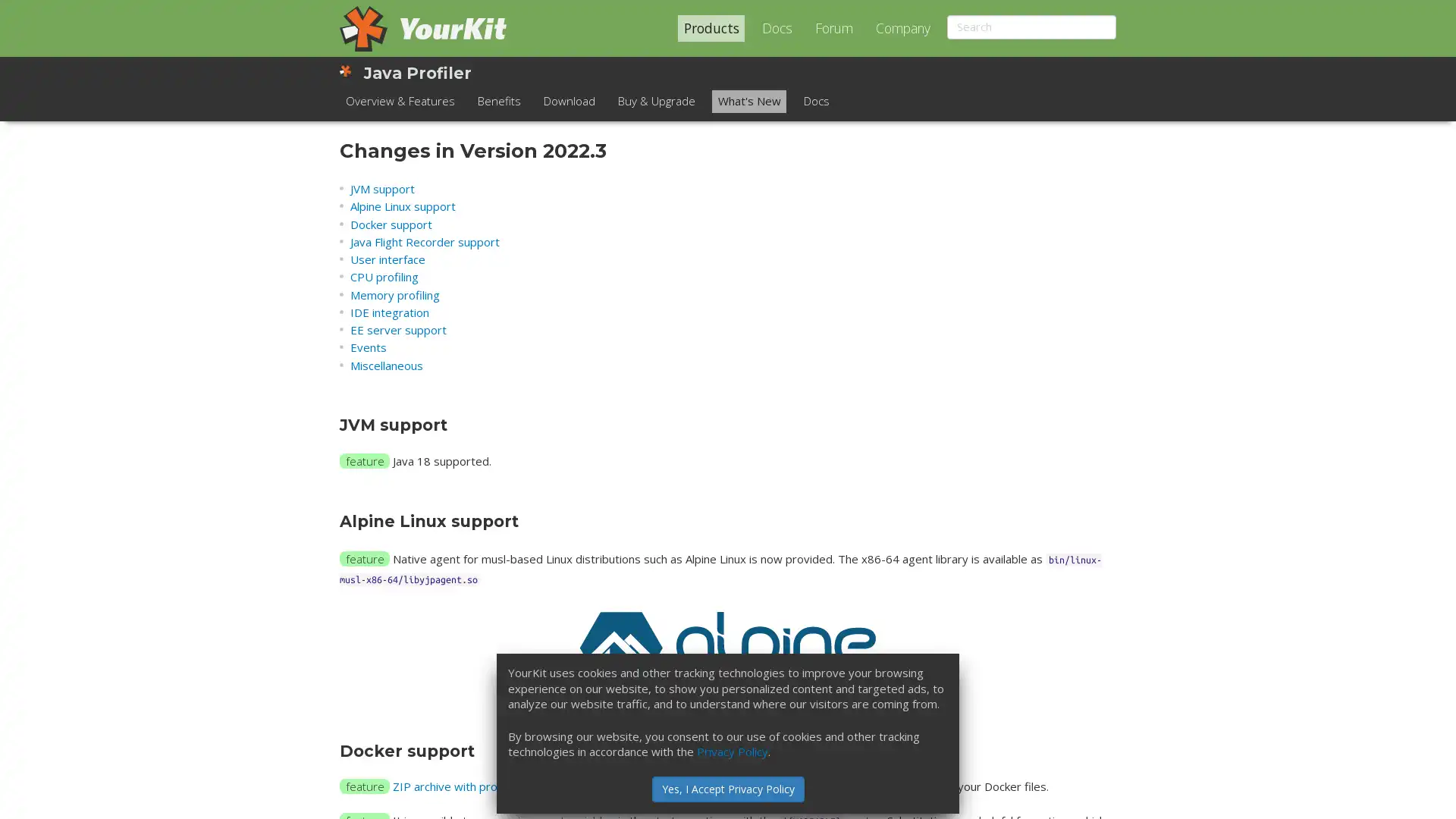 The image size is (1456, 819). I want to click on Yes, I Accept Privacy Policy, so click(726, 788).